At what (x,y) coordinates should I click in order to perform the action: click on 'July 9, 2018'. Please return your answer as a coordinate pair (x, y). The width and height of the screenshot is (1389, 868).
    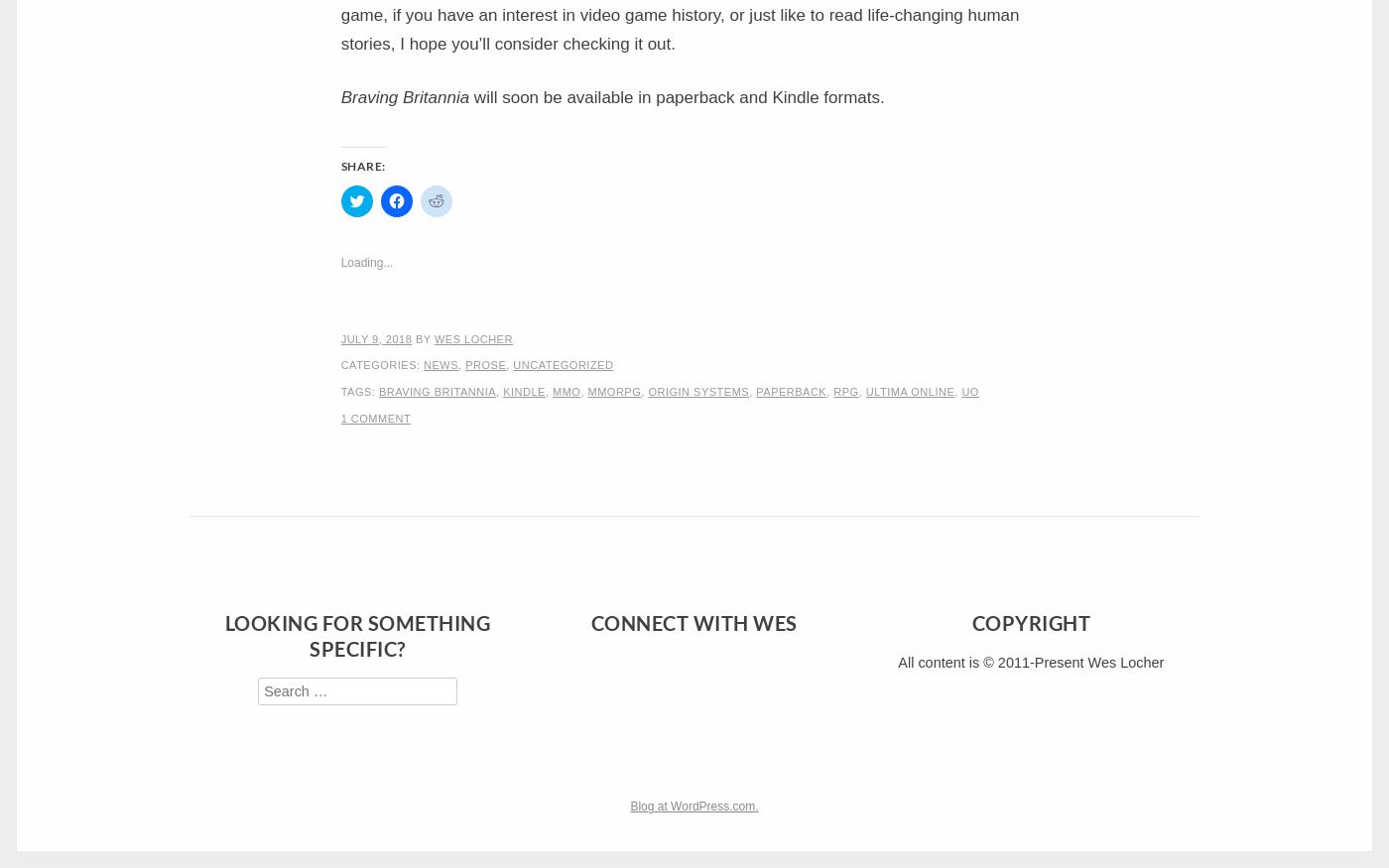
    Looking at the image, I should click on (375, 337).